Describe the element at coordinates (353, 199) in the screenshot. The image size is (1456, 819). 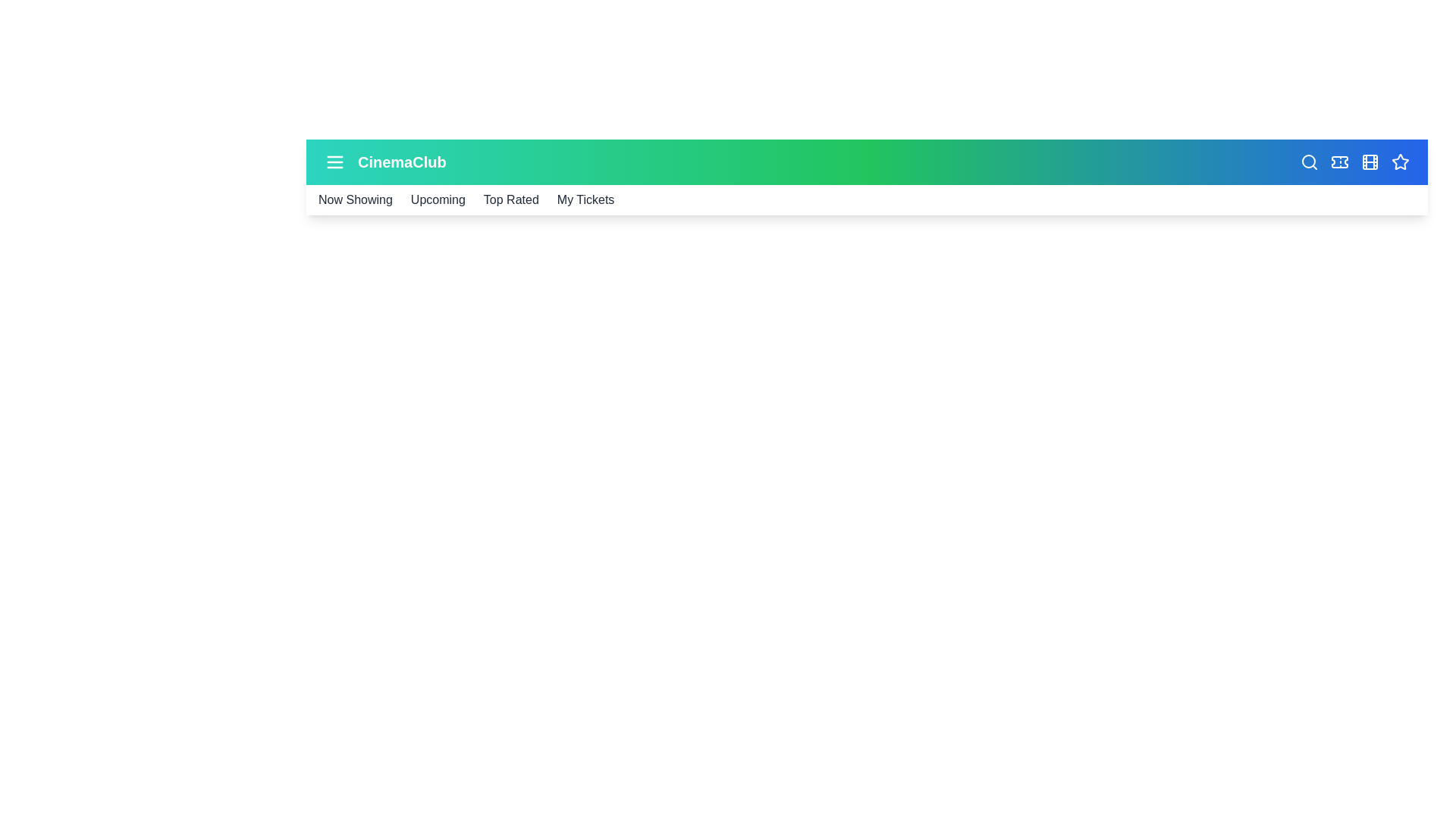
I see `the navigation link for Now Showing` at that location.